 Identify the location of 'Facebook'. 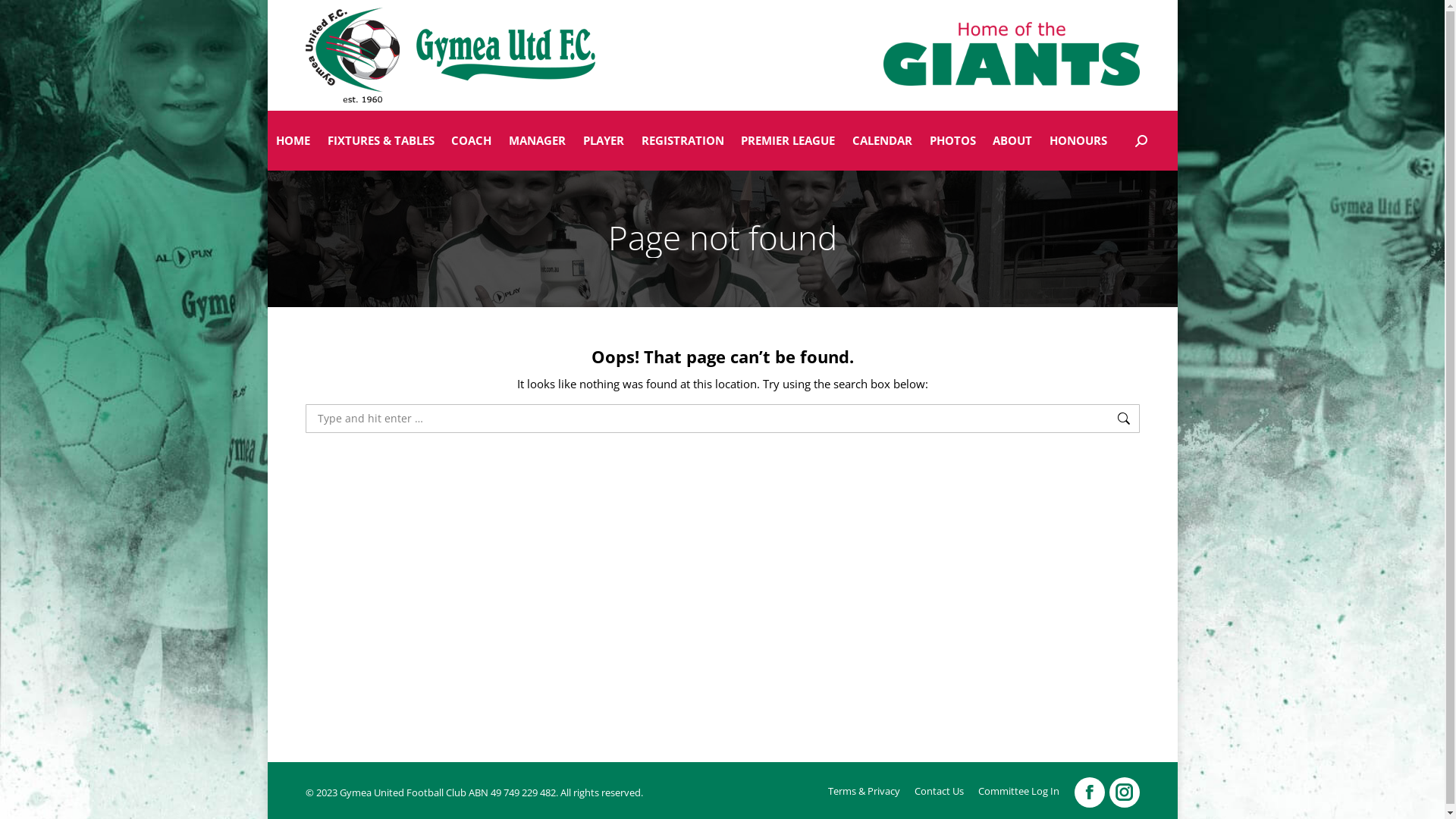
(1087, 792).